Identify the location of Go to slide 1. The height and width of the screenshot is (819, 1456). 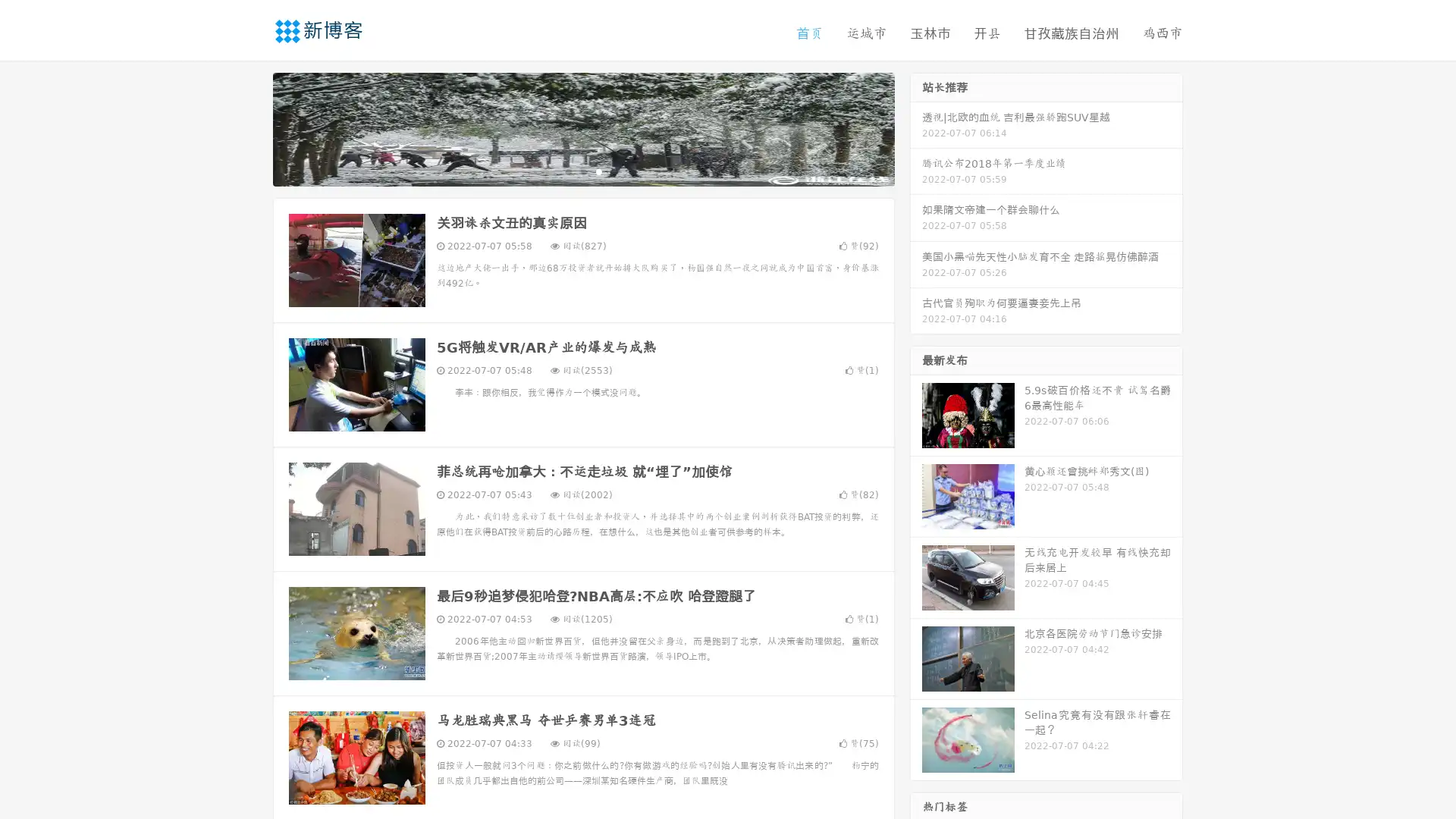
(567, 171).